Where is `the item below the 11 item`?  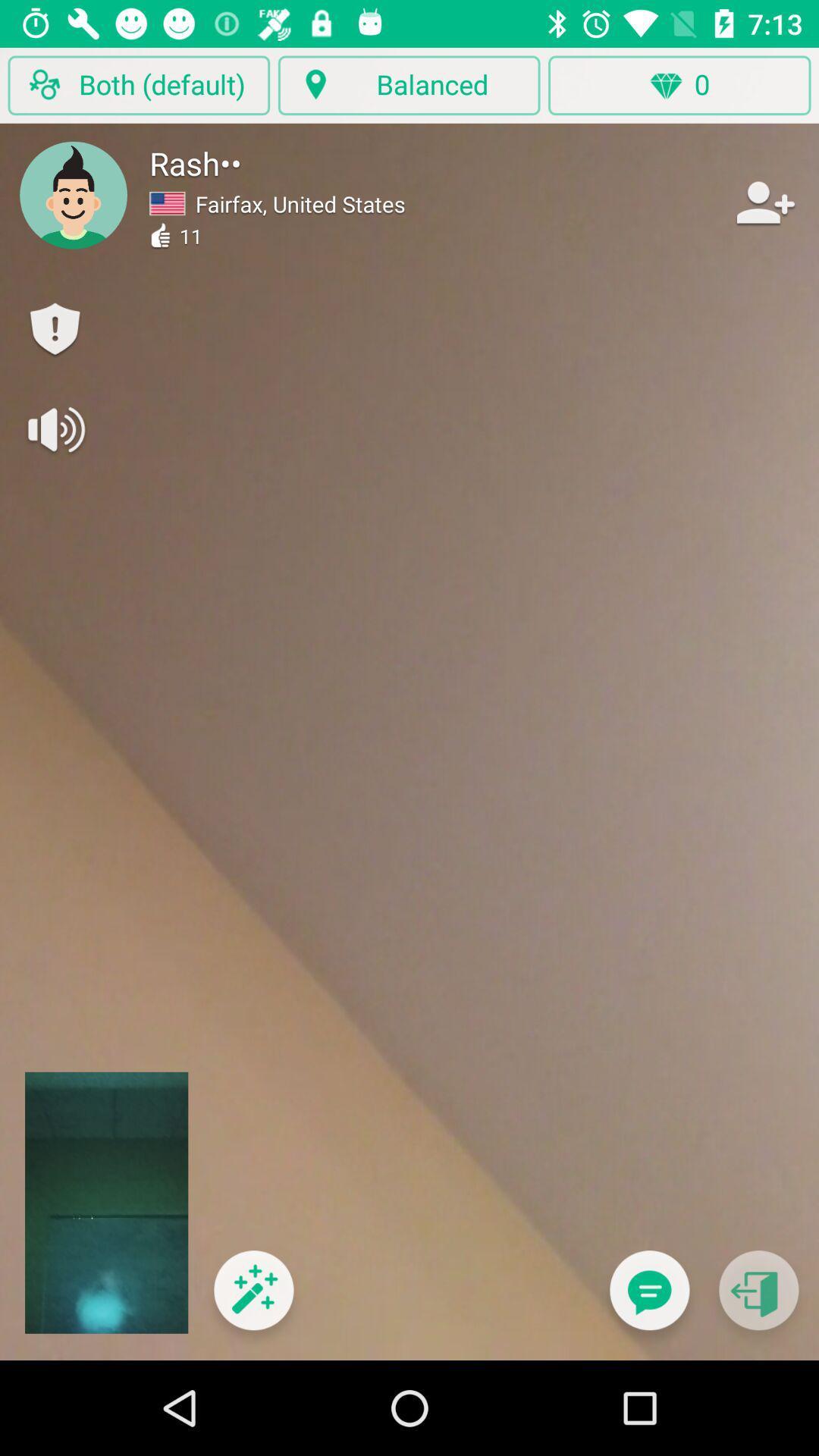
the item below the 11 item is located at coordinates (253, 1299).